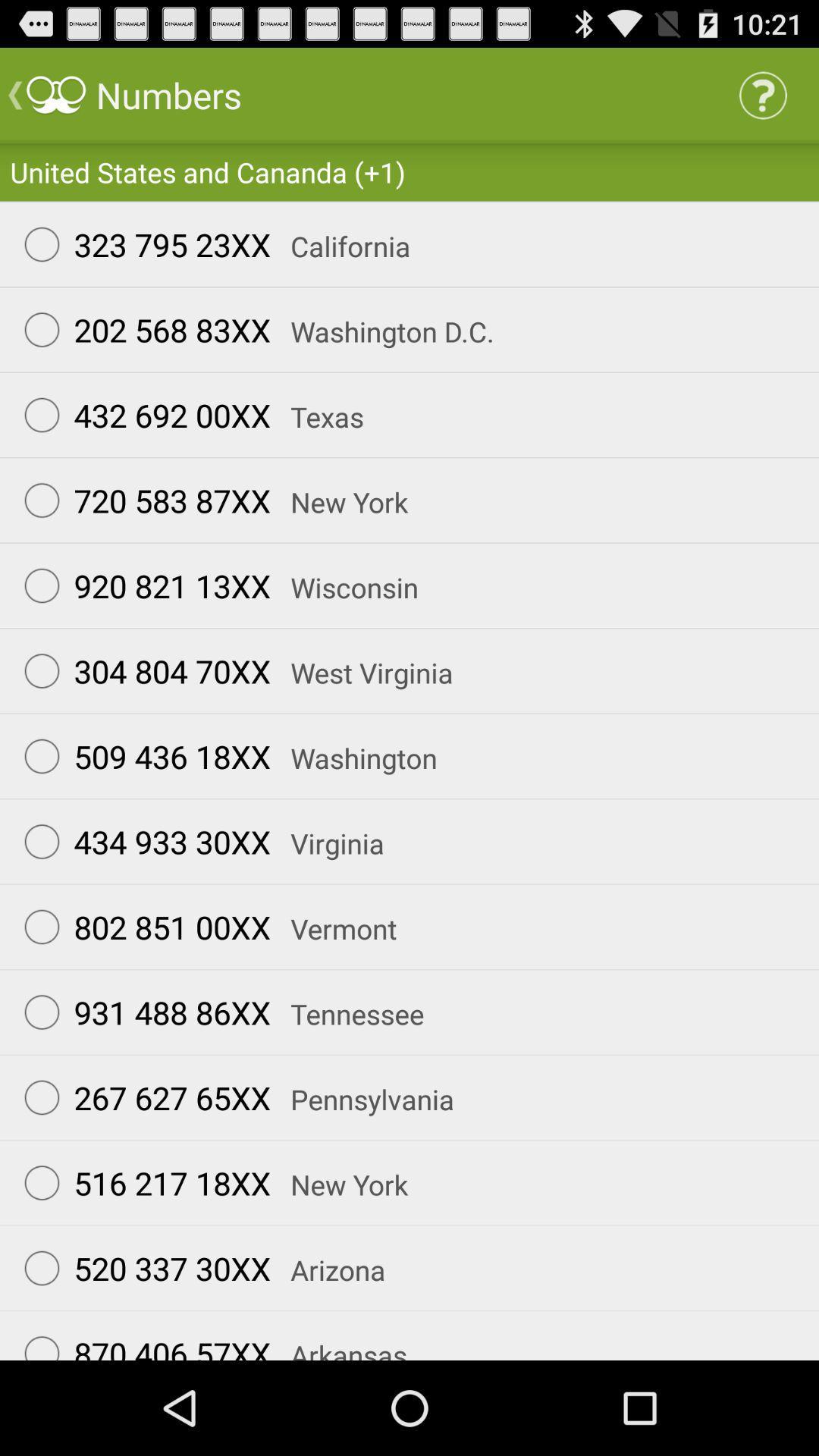 This screenshot has width=819, height=1456. Describe the element at coordinates (140, 1097) in the screenshot. I see `267 627 65xx item` at that location.